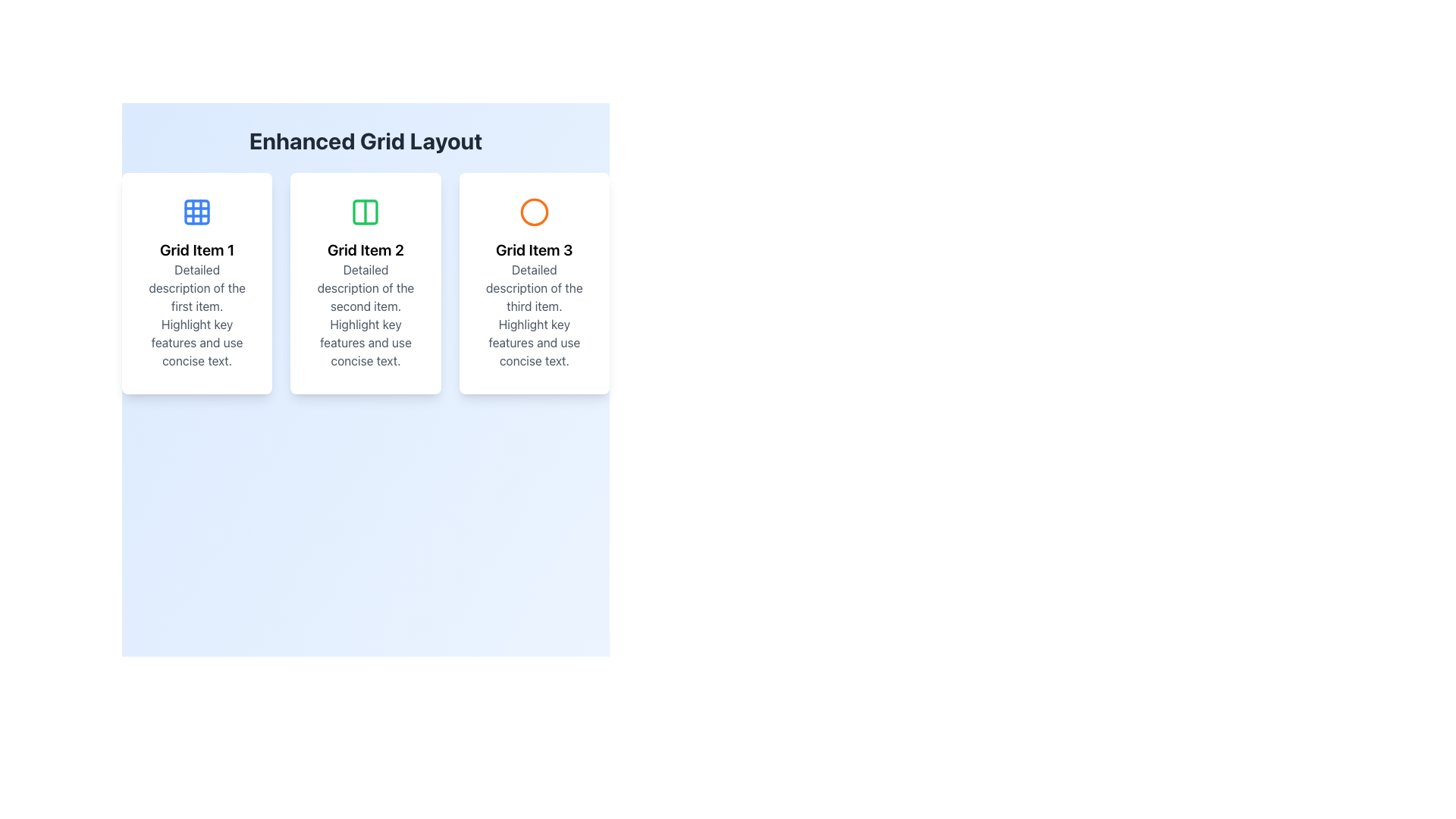 The height and width of the screenshot is (819, 1456). Describe the element at coordinates (196, 212) in the screenshot. I see `the Decorative component within the SVG icon, which is the first box in a 3x3 grid located above 'Grid Item 1' on the leftmost card in the Enhanced Grid Layout` at that location.